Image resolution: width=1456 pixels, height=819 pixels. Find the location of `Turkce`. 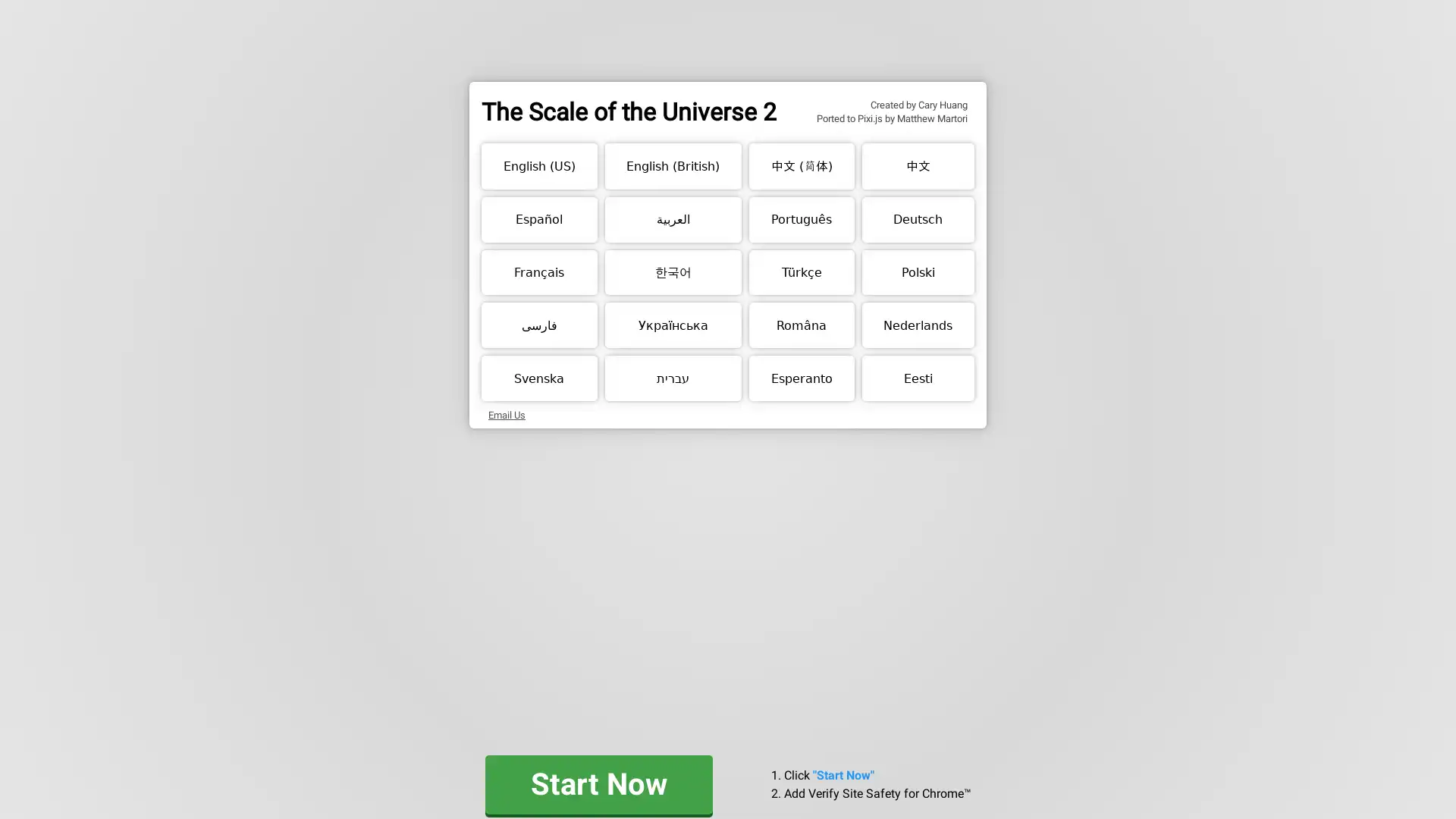

Turkce is located at coordinates (800, 271).